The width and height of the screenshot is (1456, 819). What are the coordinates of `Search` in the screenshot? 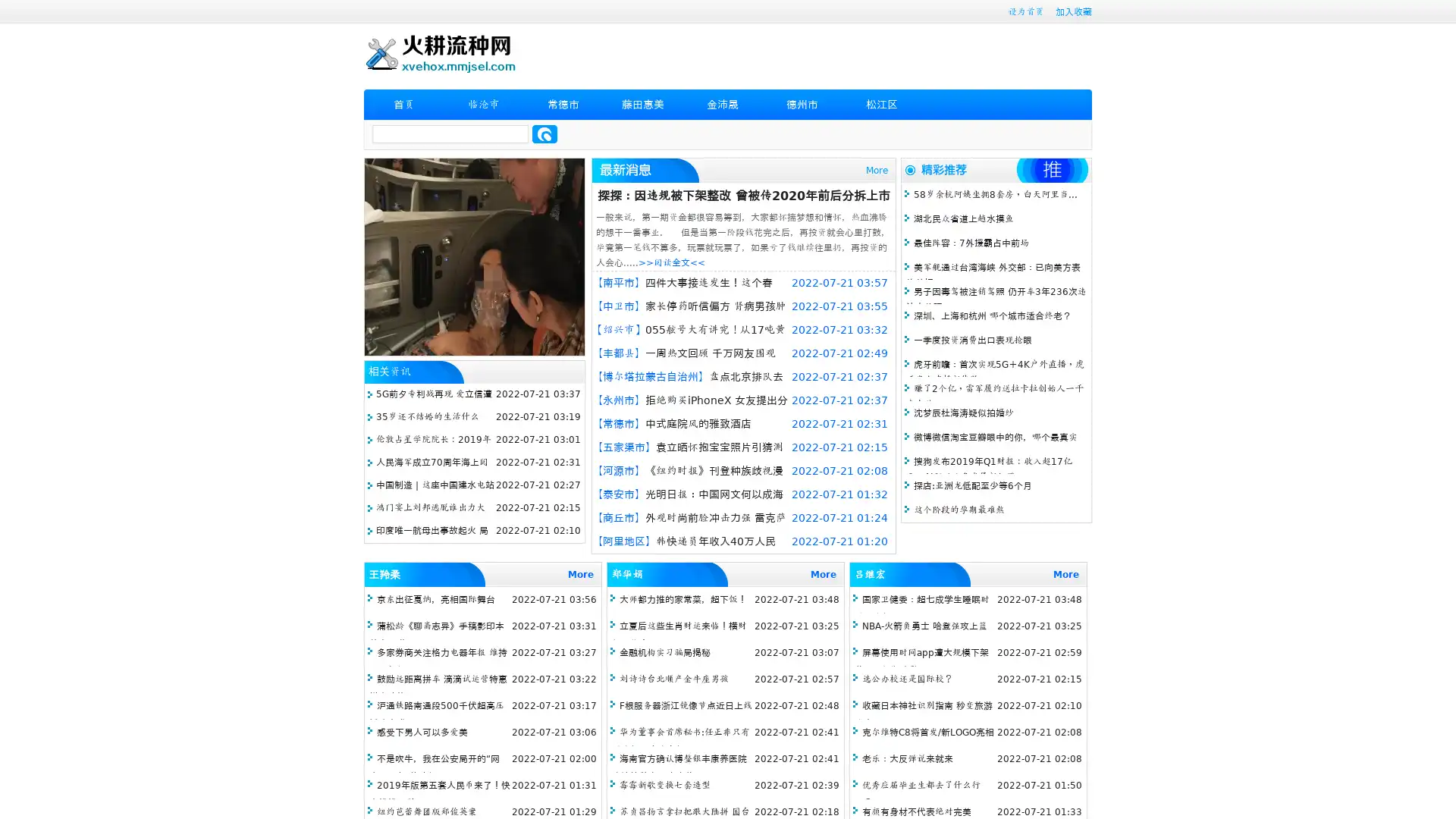 It's located at (544, 133).